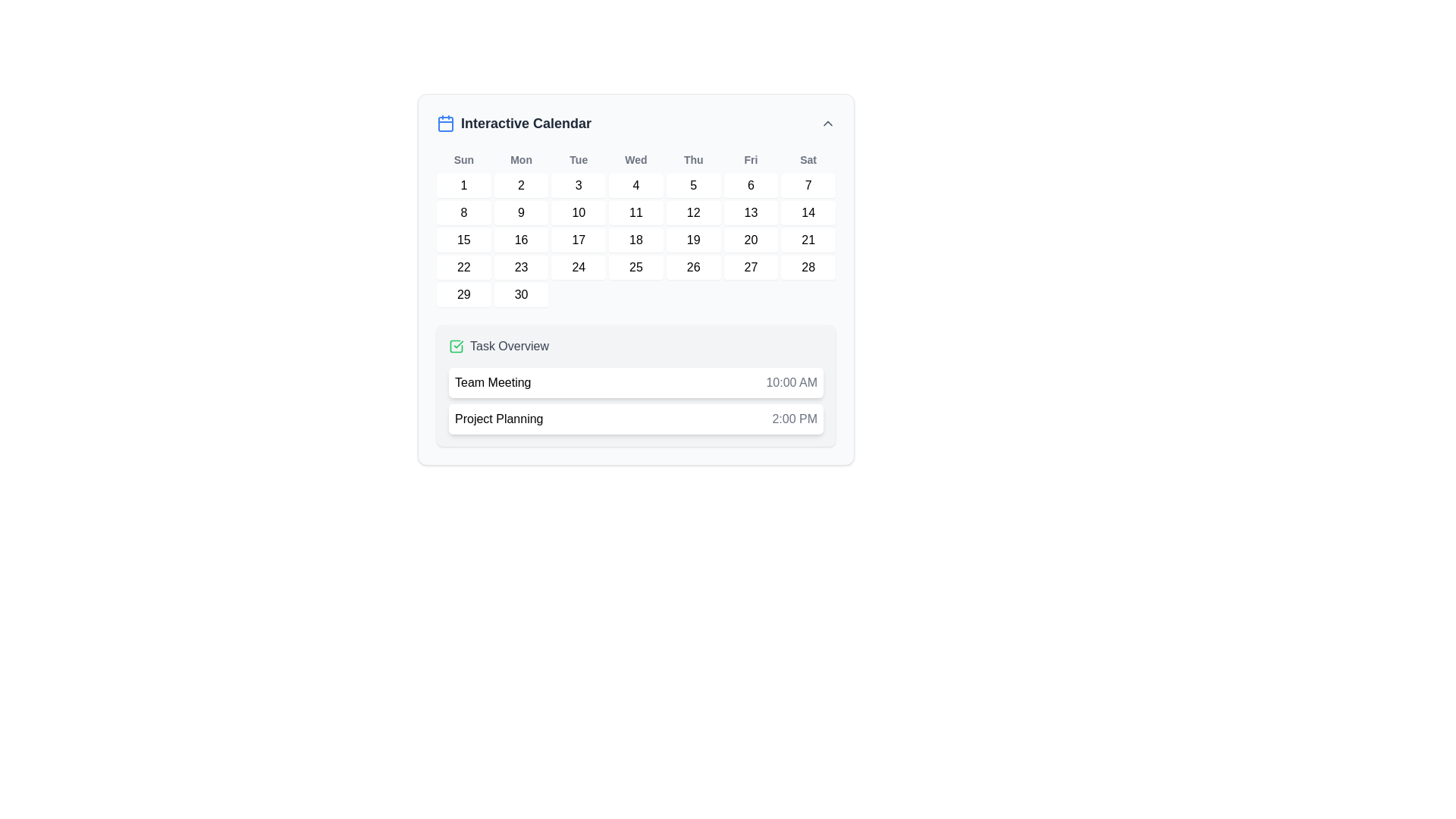  What do you see at coordinates (636, 382) in the screenshot?
I see `the 'Team Meeting' event item in the task list` at bounding box center [636, 382].